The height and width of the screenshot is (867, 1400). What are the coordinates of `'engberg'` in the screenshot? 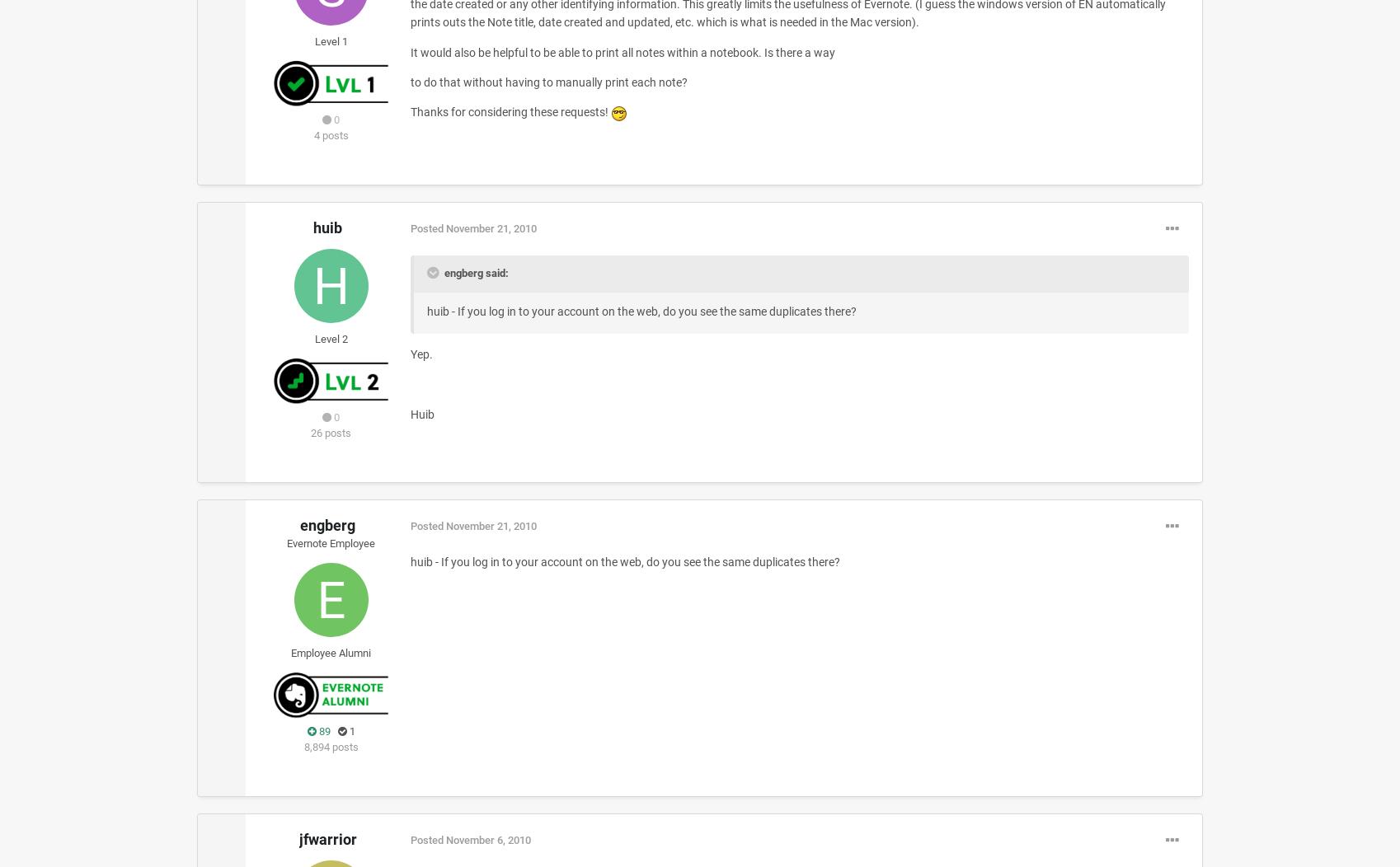 It's located at (327, 525).